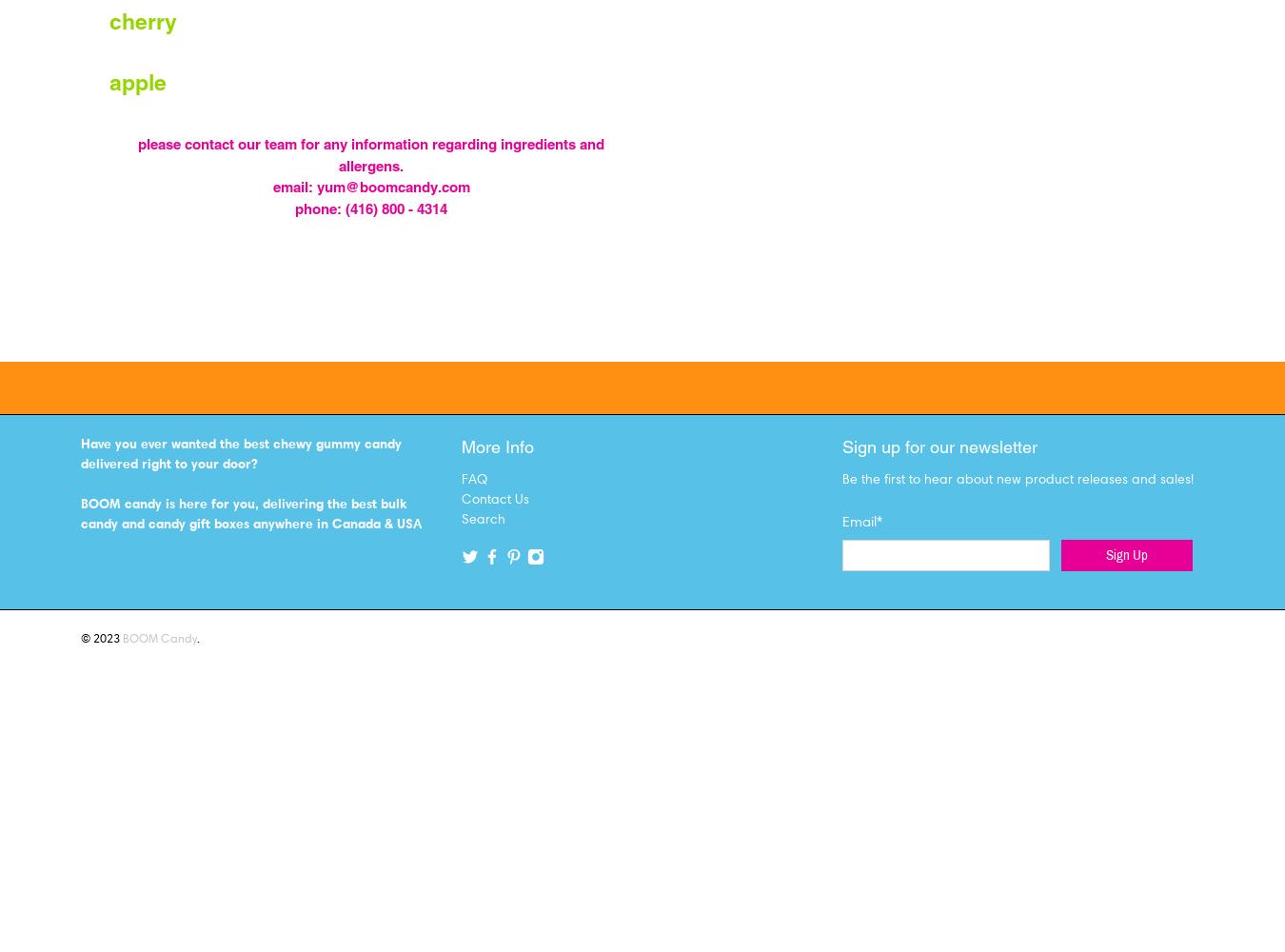  What do you see at coordinates (123, 638) in the screenshot?
I see `'BOOM Candy'` at bounding box center [123, 638].